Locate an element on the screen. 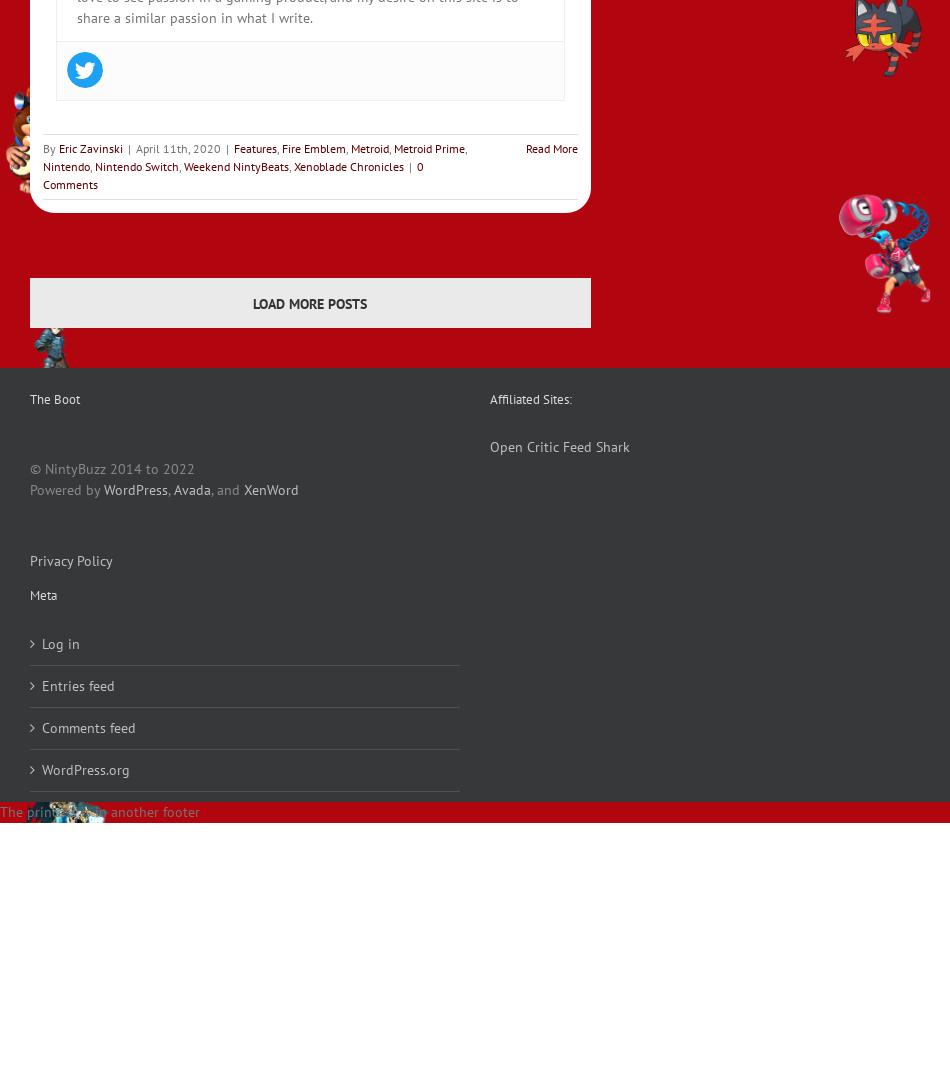  'Load More Posts' is located at coordinates (308, 301).